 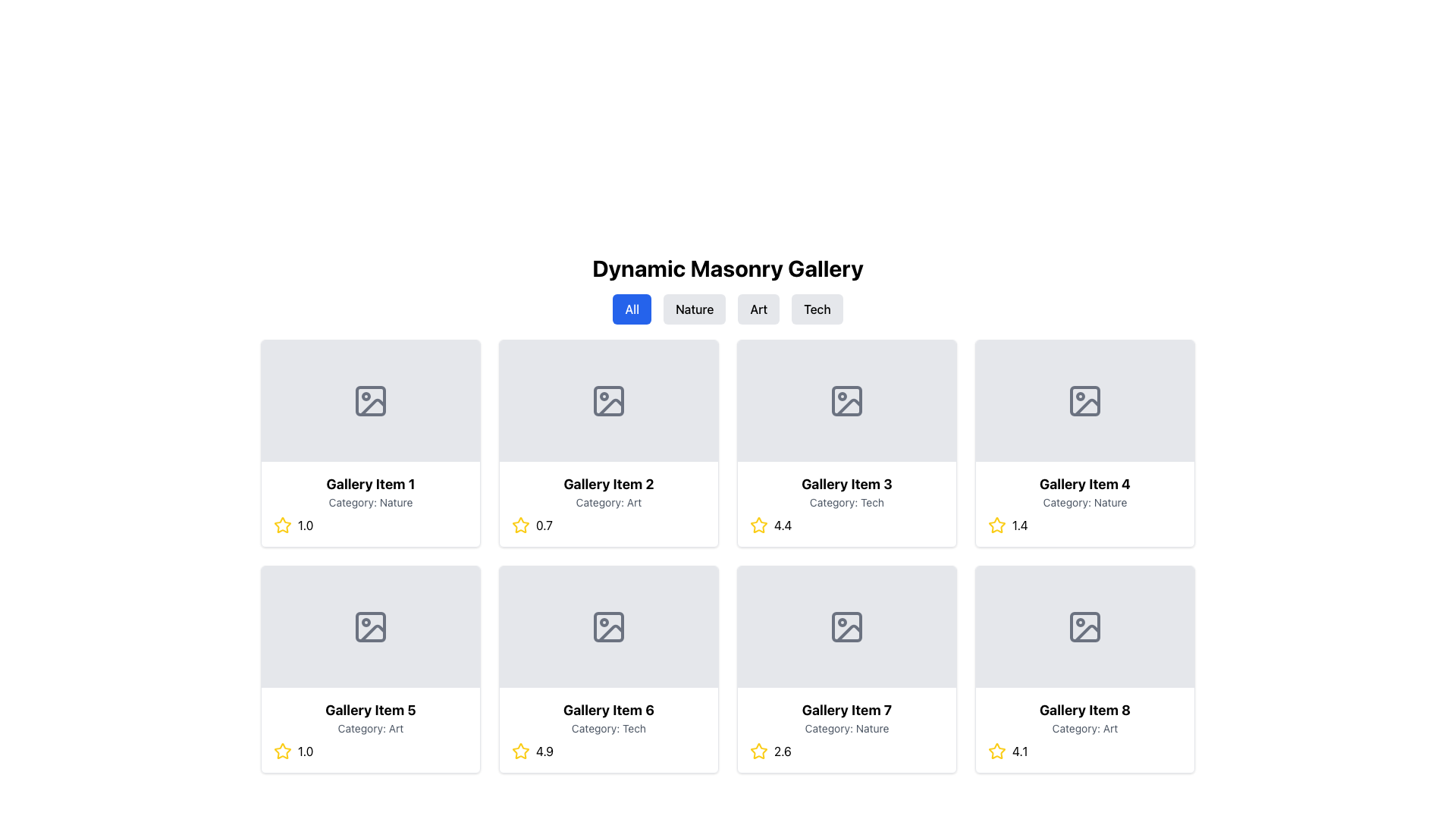 What do you see at coordinates (846, 400) in the screenshot?
I see `the image placeholder icon in the center of the 'Gallery Item 3' card in the grid layout, which is labeled under the category 'Tech'` at bounding box center [846, 400].